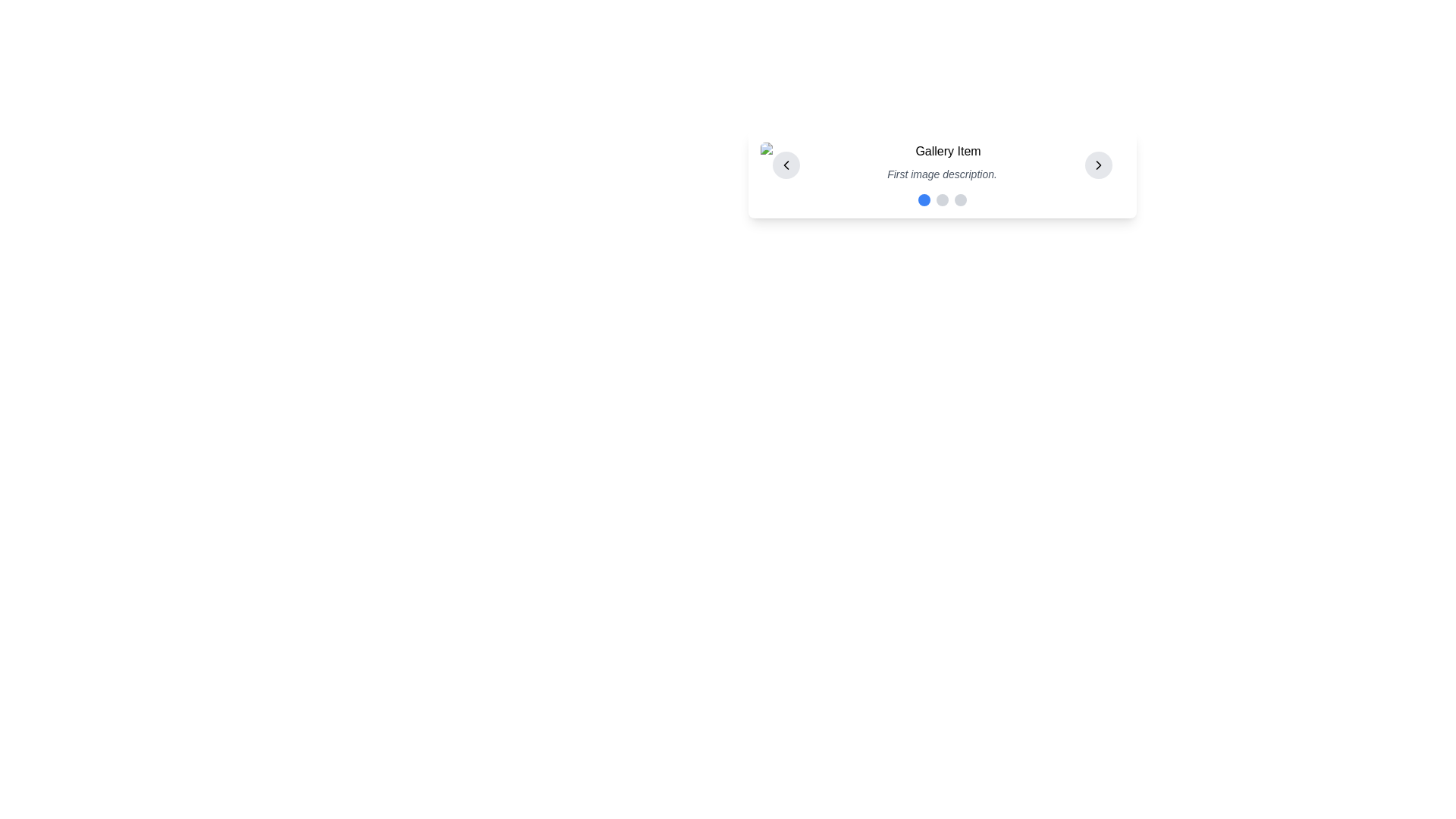 This screenshot has height=819, width=1456. Describe the element at coordinates (941, 174) in the screenshot. I see `text content of the Text Display that shows 'First image description.' styled in italic font, positioned centrally below the 'Gallery Item' title text` at that location.